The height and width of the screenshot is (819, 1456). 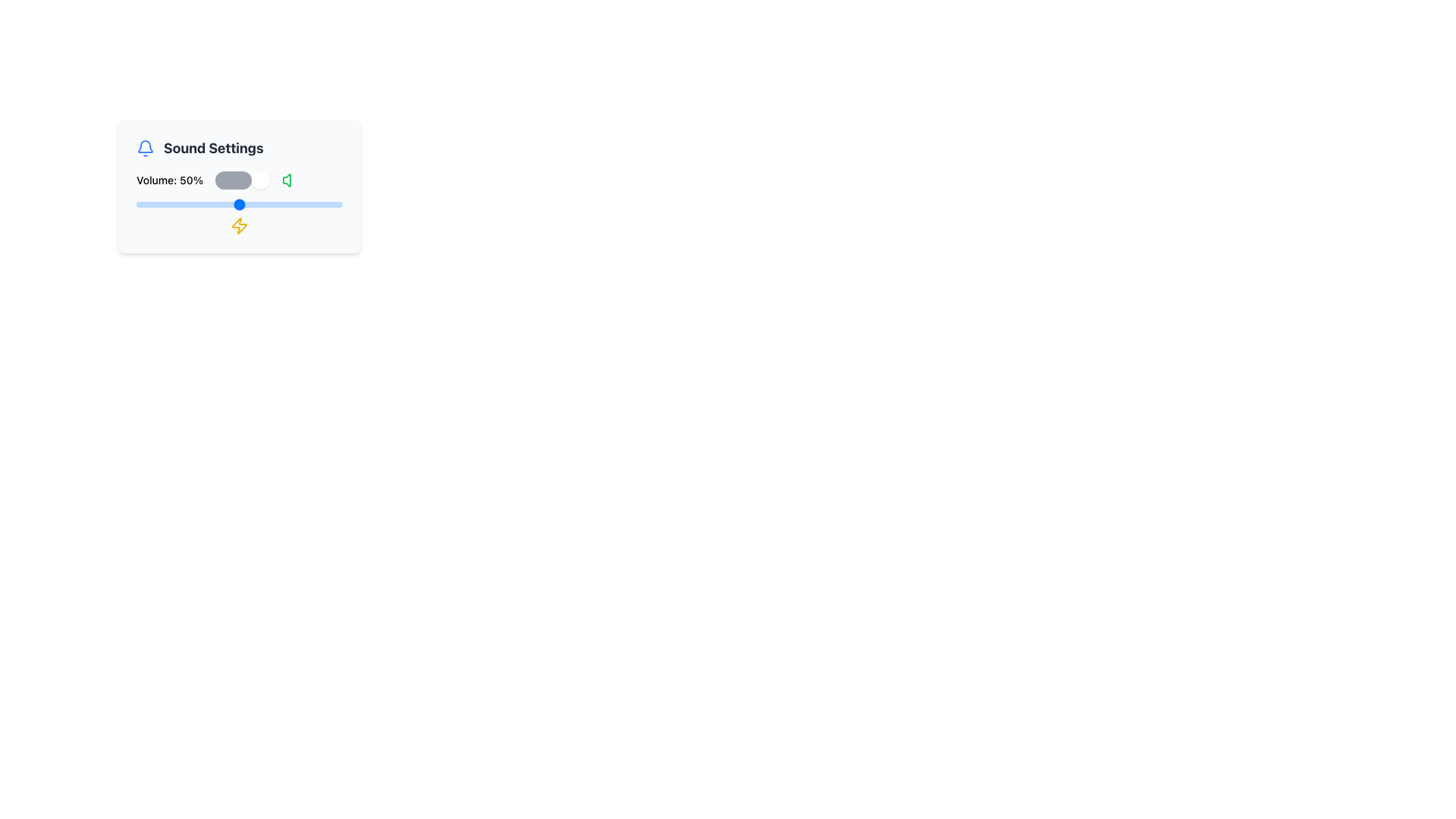 I want to click on the volume, so click(x=312, y=205).